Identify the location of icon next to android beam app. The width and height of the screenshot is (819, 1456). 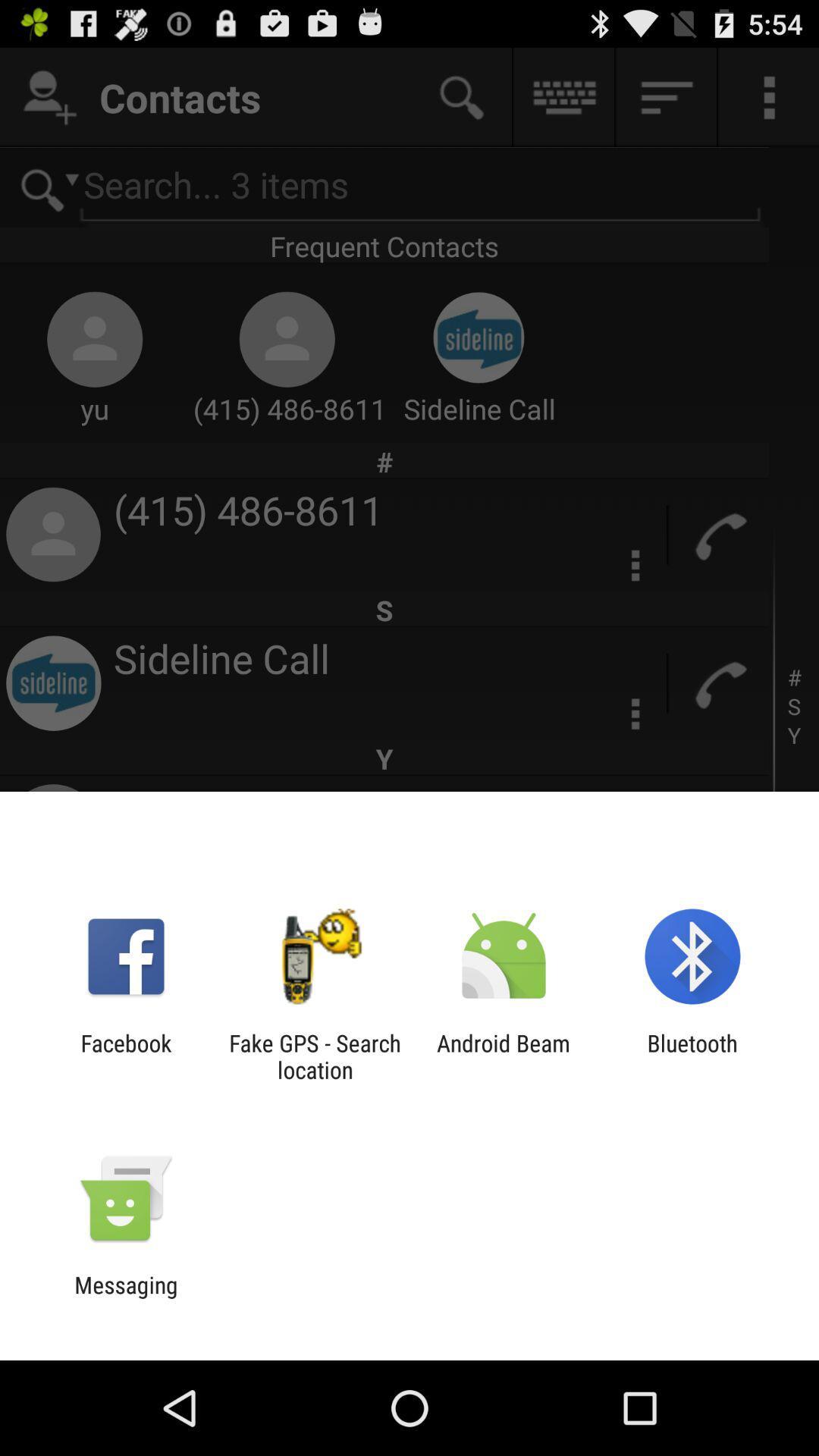
(692, 1056).